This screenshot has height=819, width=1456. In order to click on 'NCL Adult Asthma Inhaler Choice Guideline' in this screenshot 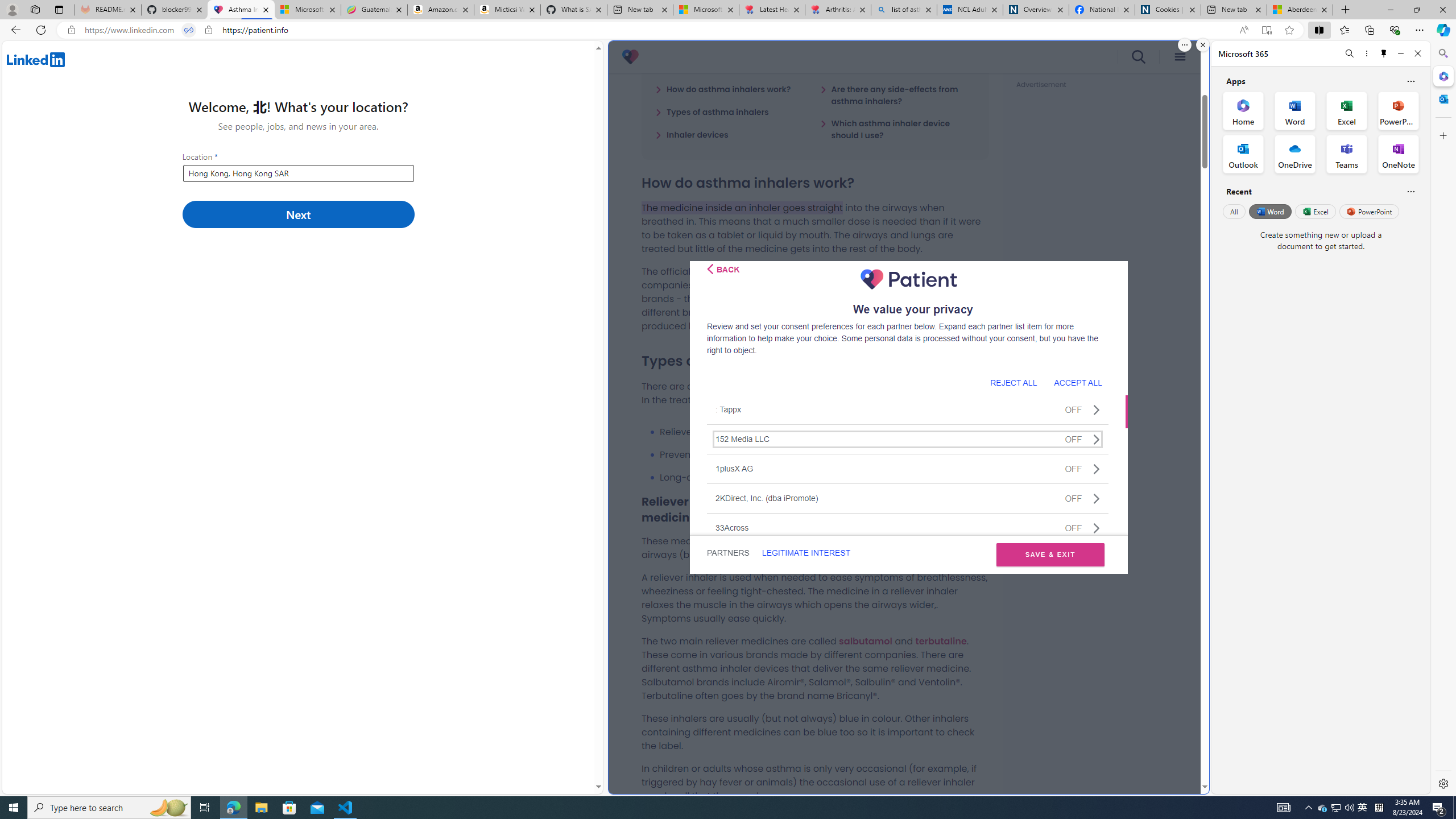, I will do `click(969, 9)`.